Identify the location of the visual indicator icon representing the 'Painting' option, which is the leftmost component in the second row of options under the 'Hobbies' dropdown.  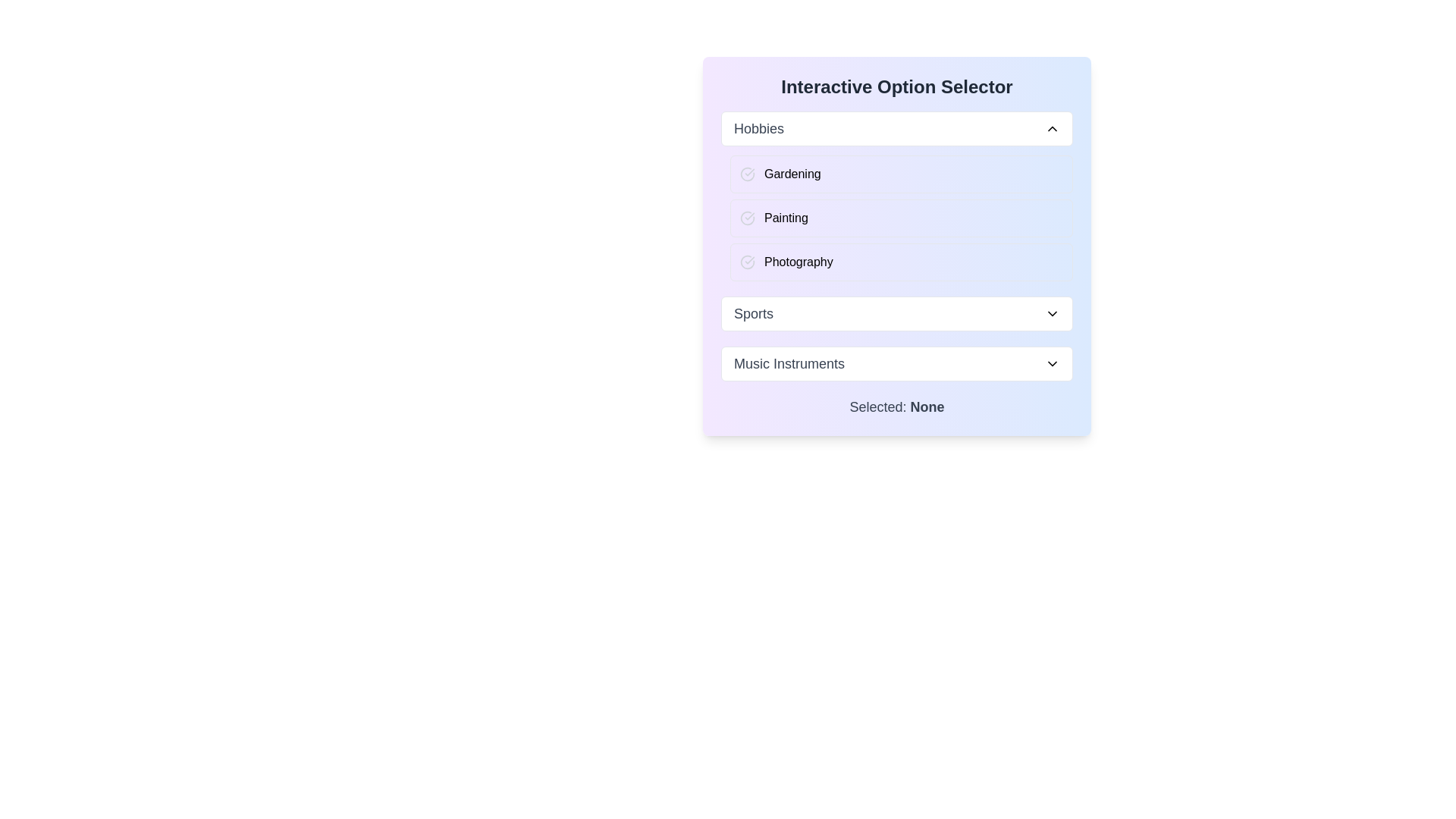
(747, 218).